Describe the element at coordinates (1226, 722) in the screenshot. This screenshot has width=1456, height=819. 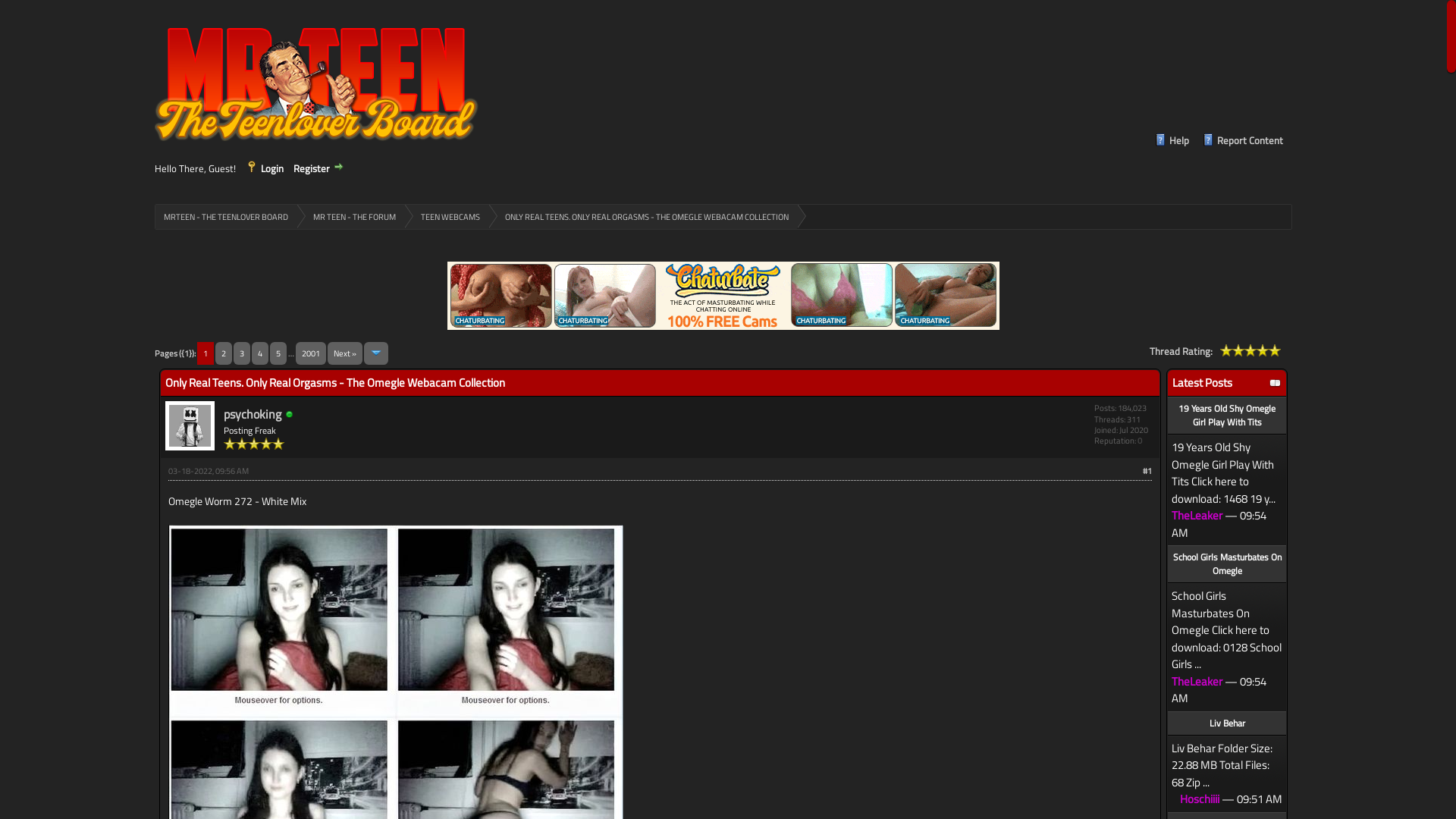
I see `'Liv Behar'` at that location.